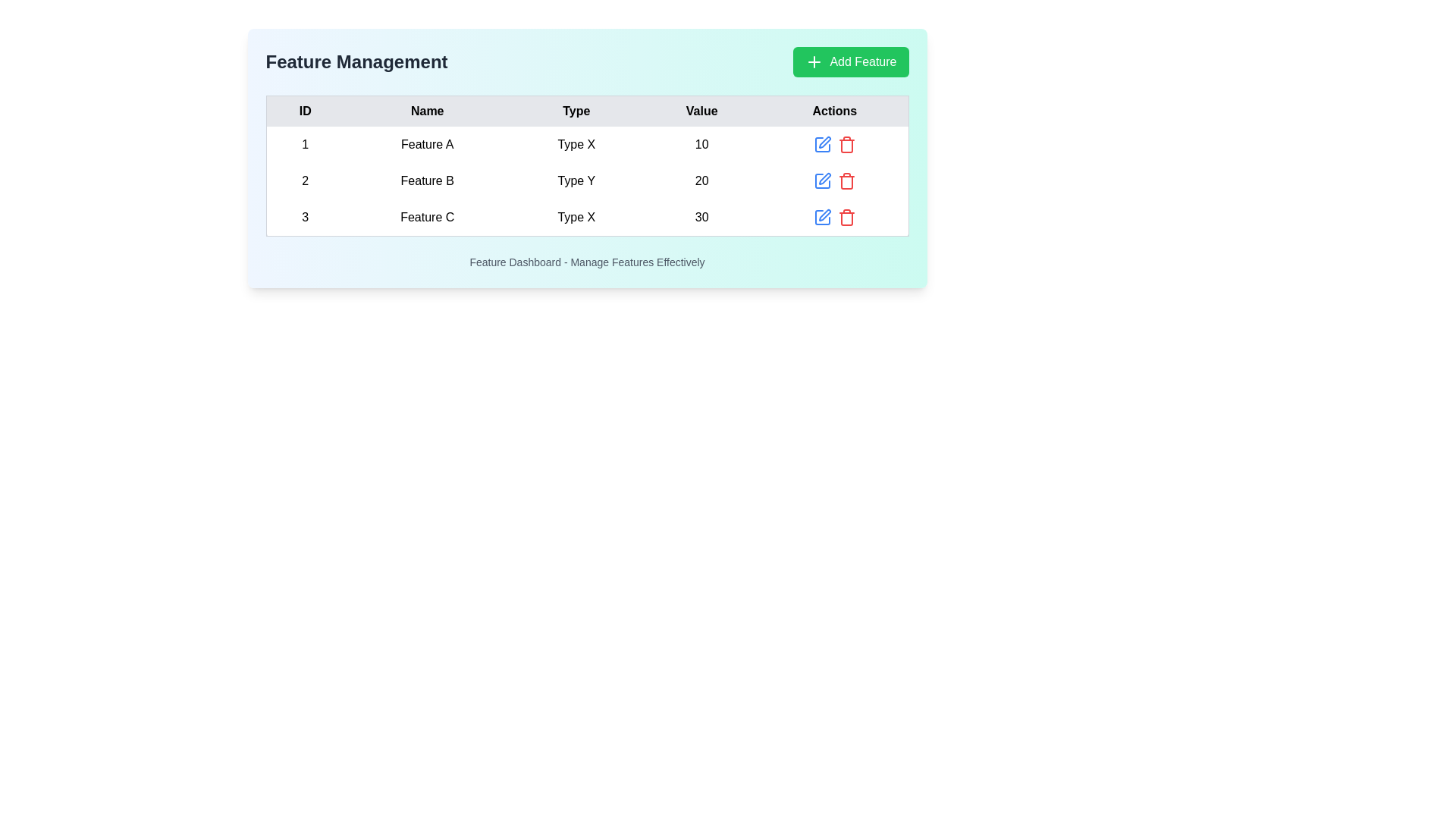  Describe the element at coordinates (814, 61) in the screenshot. I see `the '+' icon with a green background that is part of the 'Add Feature' button, located in the top right corner above the table listing features` at that location.